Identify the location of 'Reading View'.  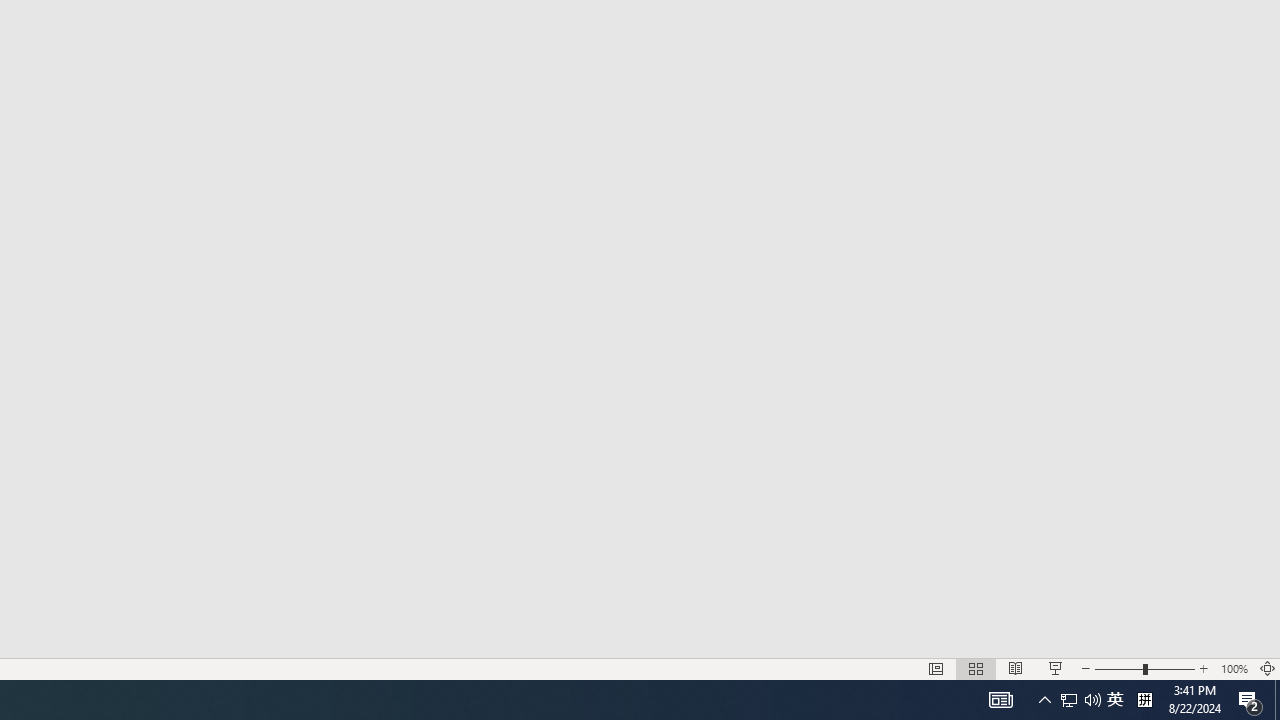
(1015, 669).